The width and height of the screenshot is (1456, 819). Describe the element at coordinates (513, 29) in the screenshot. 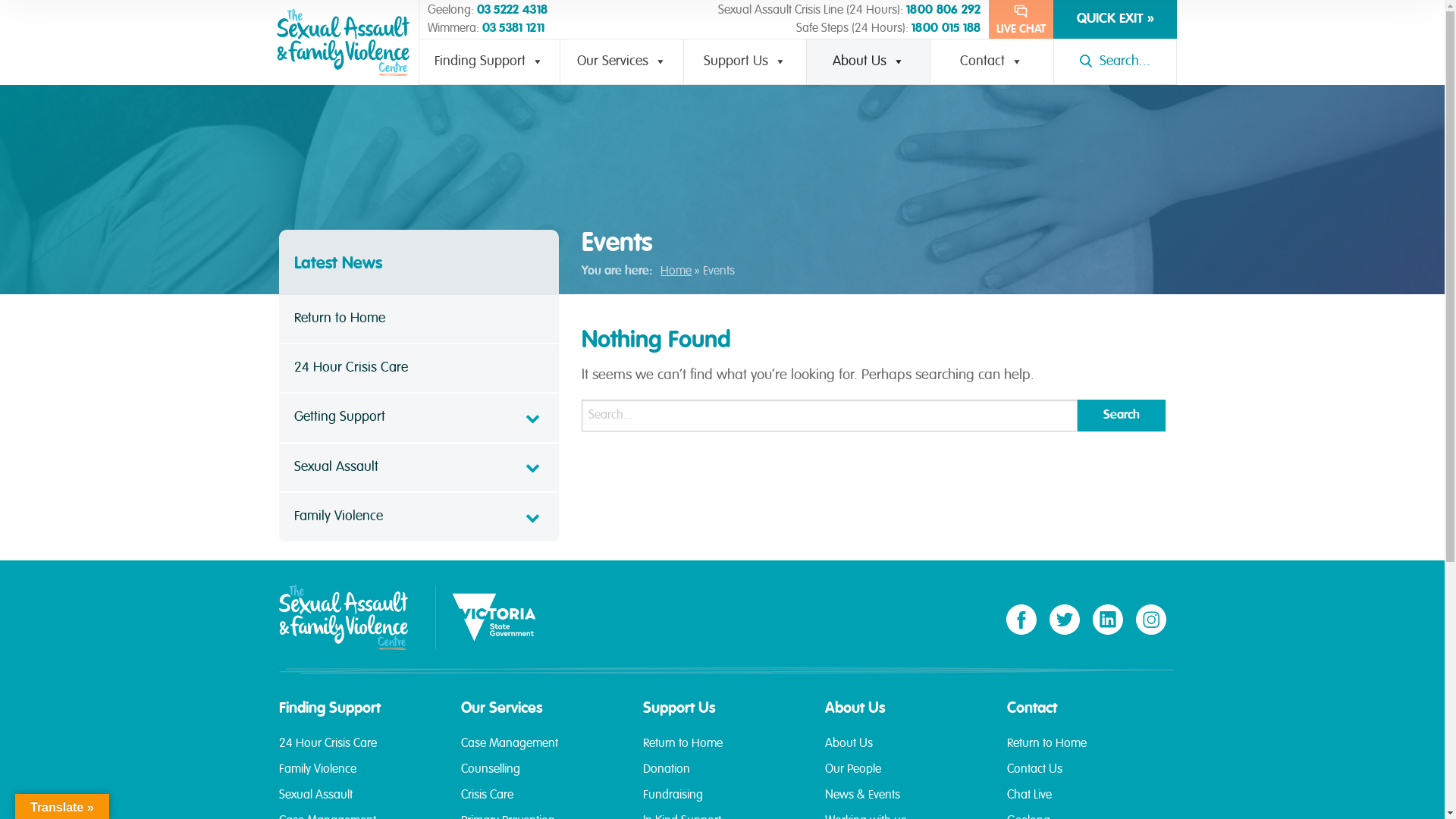

I see `'03 5381 1211'` at that location.